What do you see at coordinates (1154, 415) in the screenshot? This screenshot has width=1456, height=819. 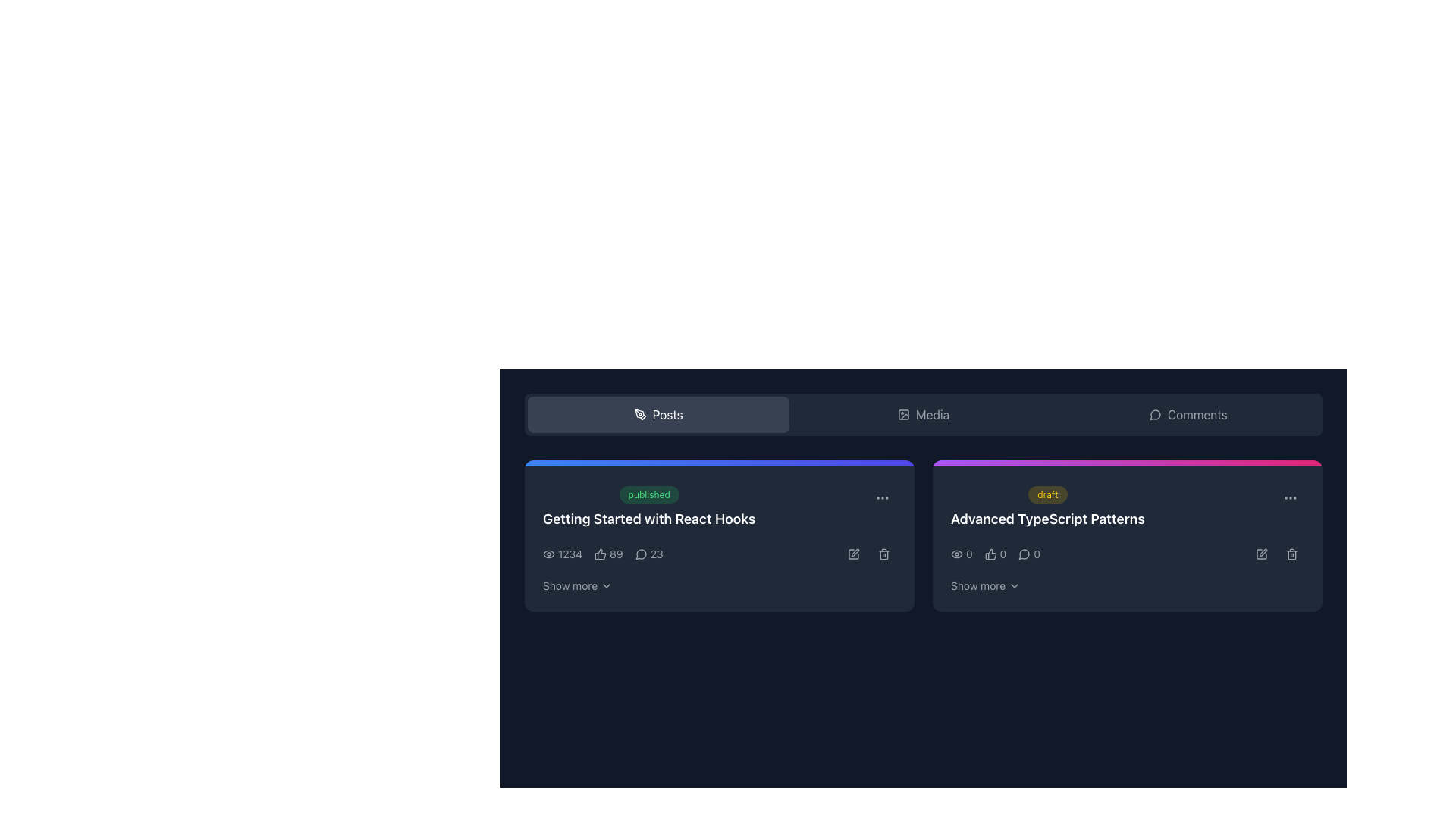 I see `the small comment bubble icon located within the 'Comments' button at the top-right corner of the user interface` at bounding box center [1154, 415].